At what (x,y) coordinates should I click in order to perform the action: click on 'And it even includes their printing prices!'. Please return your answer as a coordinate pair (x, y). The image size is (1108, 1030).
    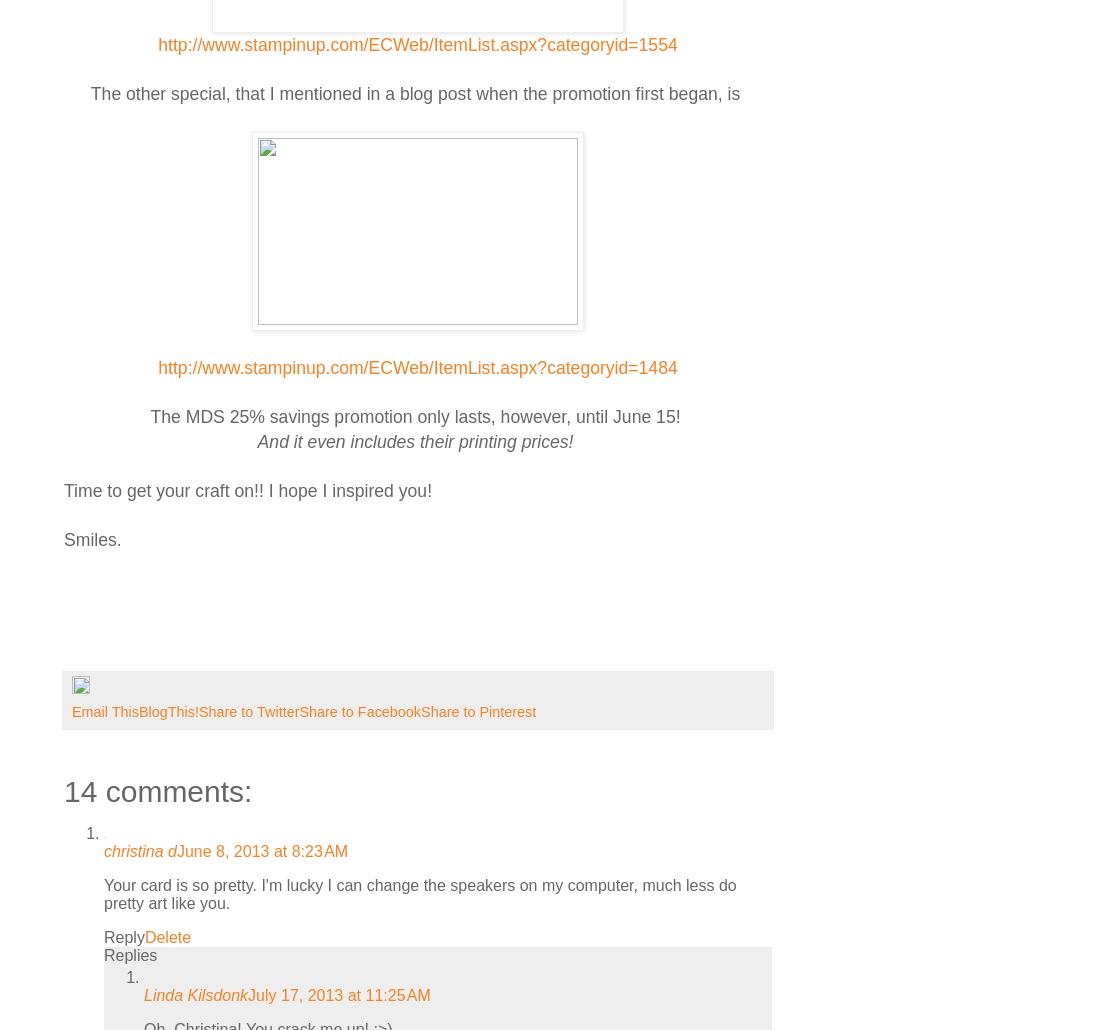
    Looking at the image, I should click on (416, 440).